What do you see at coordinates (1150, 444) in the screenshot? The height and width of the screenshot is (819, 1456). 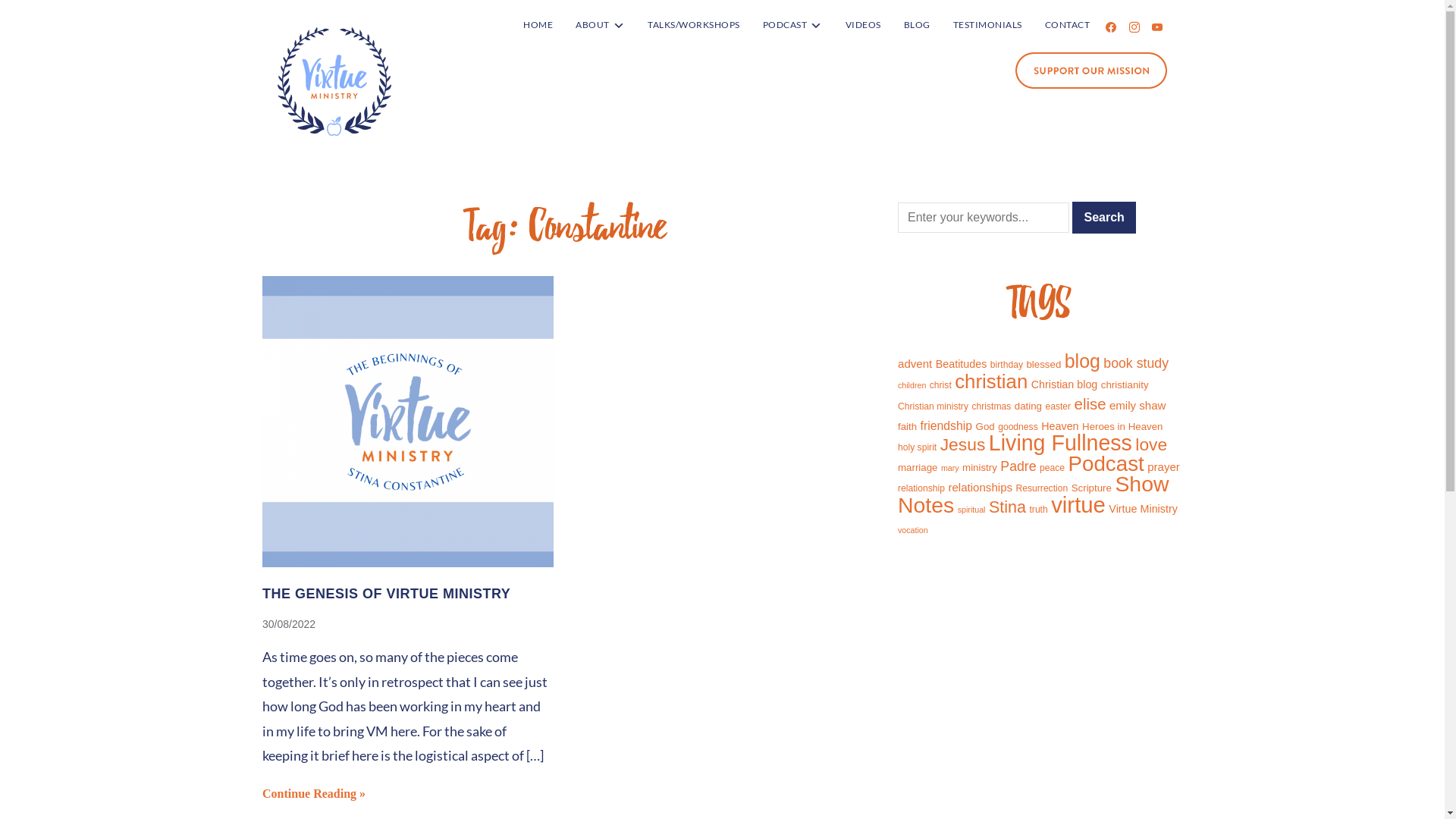 I see `'love'` at bounding box center [1150, 444].